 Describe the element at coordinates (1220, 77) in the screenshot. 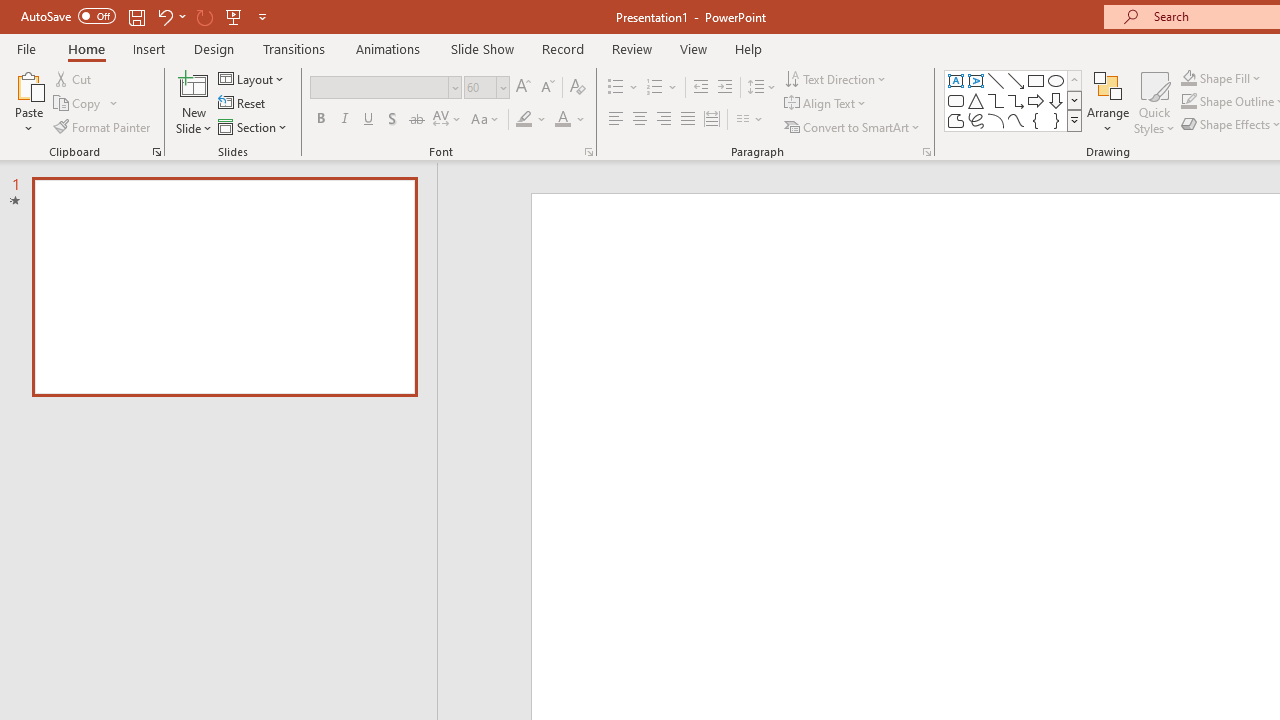

I see `'Shape Fill'` at that location.